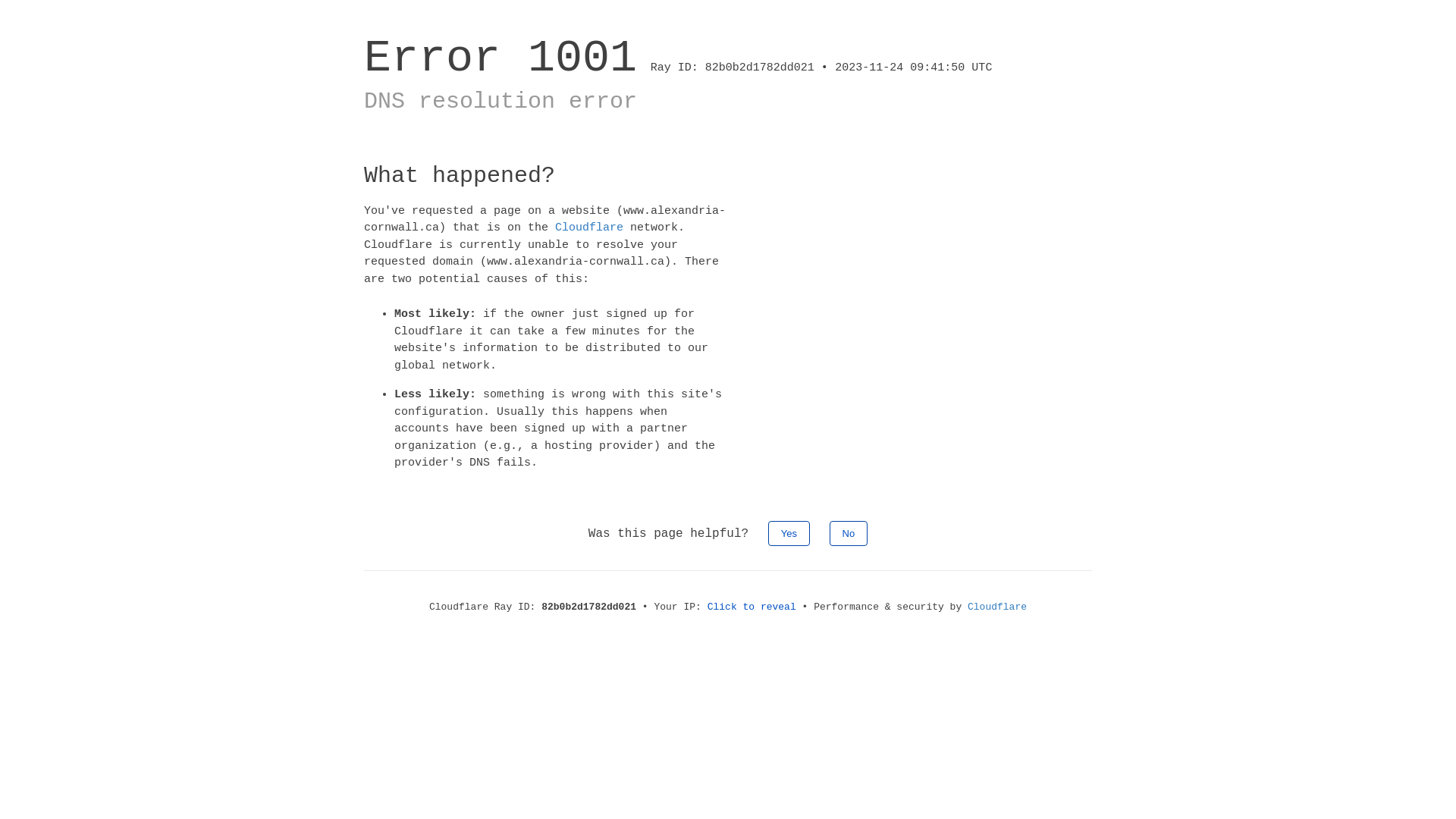  I want to click on 'Click to reveal', so click(752, 605).